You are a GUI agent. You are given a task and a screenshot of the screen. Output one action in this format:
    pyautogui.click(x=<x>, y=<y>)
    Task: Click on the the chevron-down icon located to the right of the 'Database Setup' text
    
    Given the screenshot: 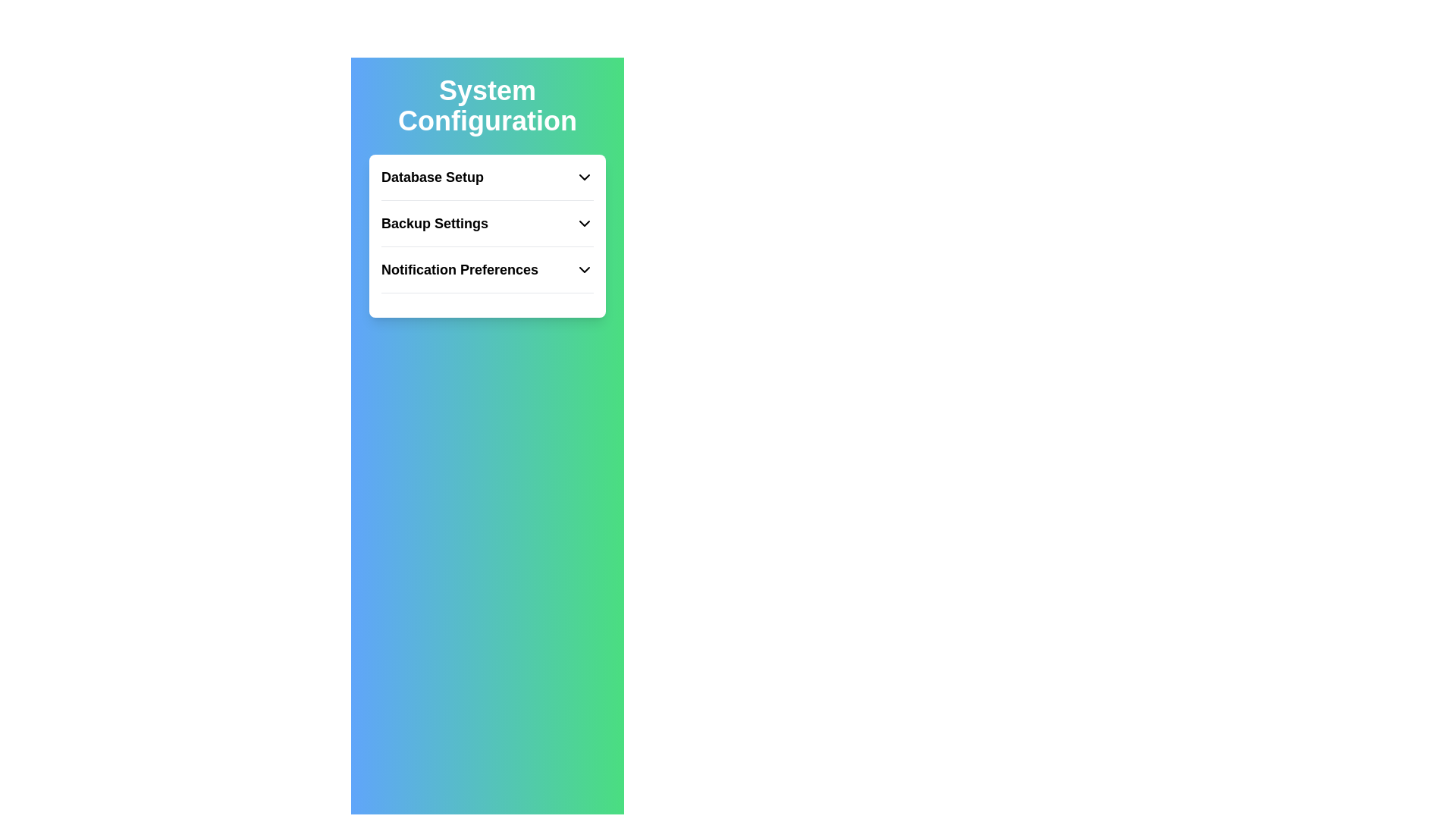 What is the action you would take?
    pyautogui.click(x=584, y=177)
    